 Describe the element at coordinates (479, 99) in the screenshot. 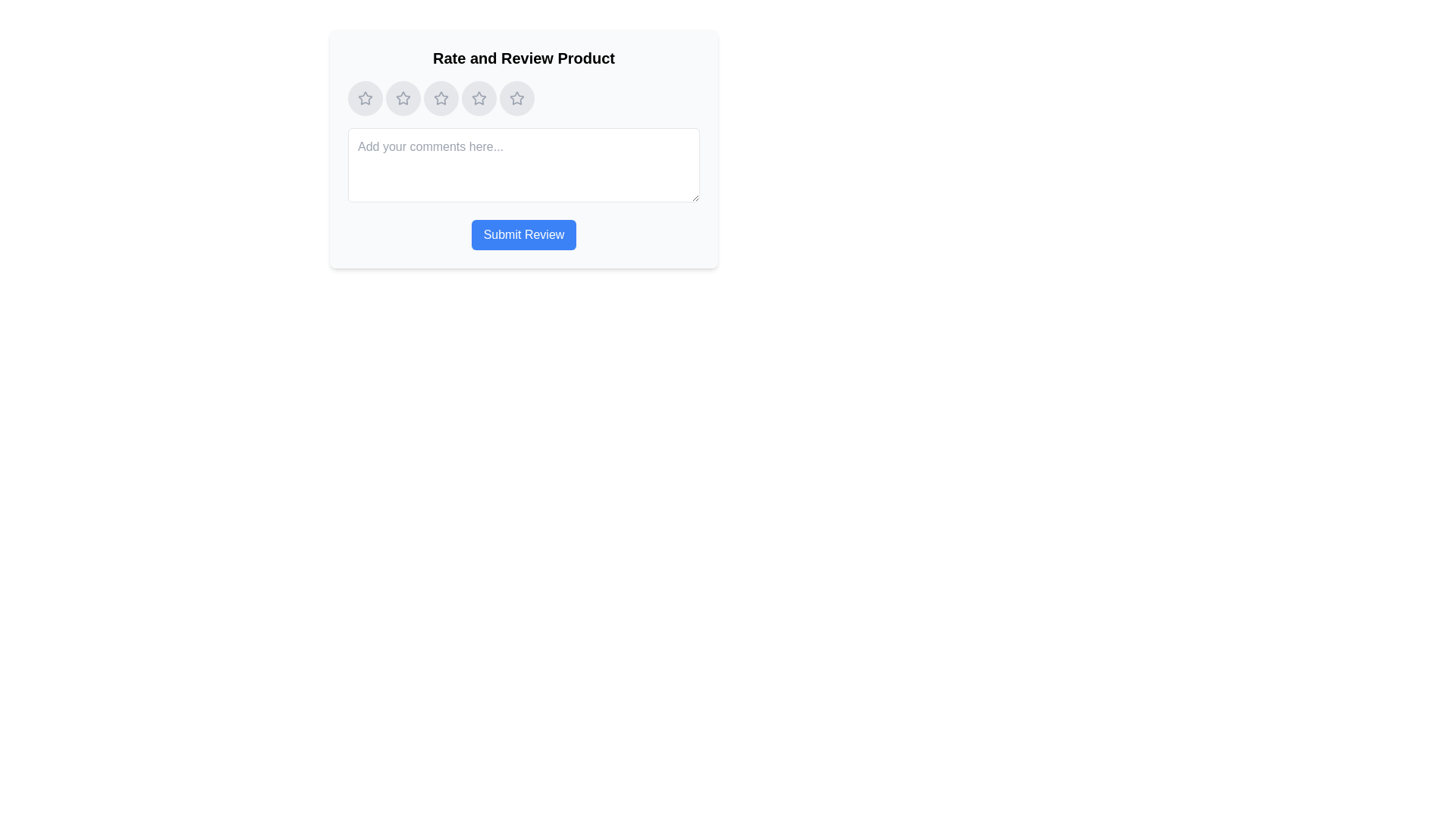

I see `the fourth star-rating button in a five-star system` at that location.